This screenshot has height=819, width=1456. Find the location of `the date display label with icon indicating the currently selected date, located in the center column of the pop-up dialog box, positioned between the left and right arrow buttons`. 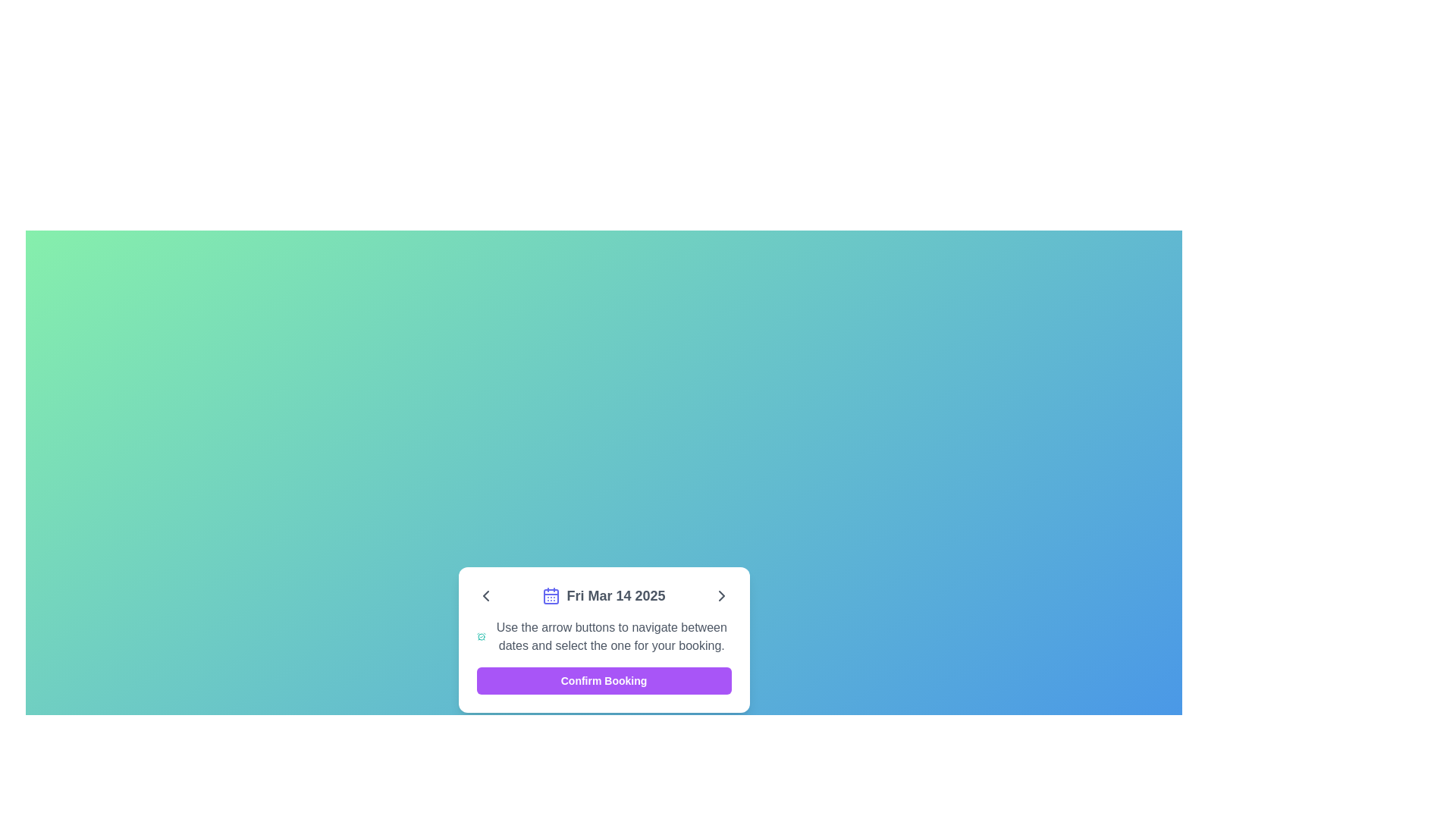

the date display label with icon indicating the currently selected date, located in the center column of the pop-up dialog box, positioned between the left and right arrow buttons is located at coordinates (603, 595).